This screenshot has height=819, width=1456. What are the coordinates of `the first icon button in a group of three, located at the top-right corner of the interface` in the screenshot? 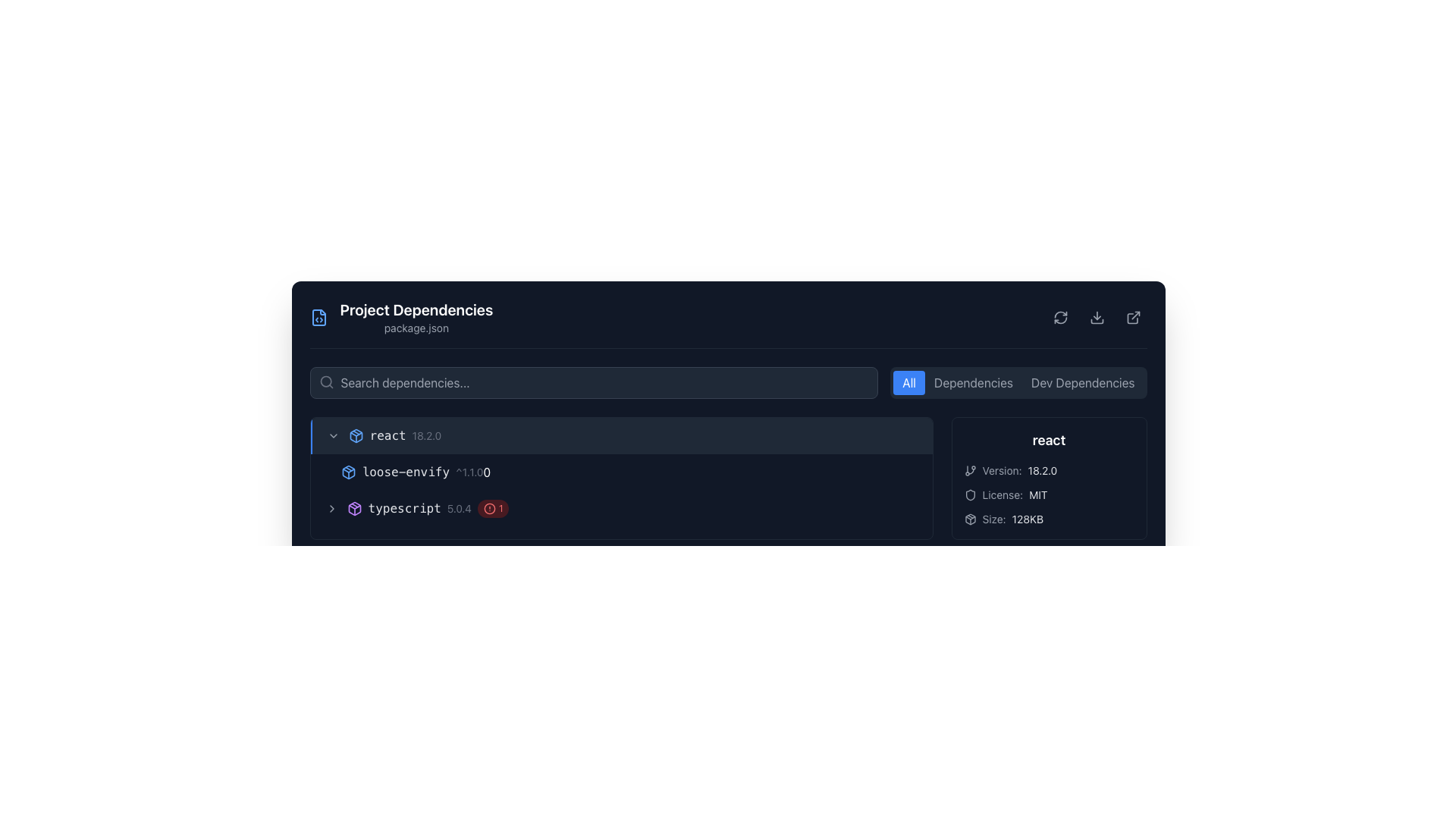 It's located at (1059, 317).